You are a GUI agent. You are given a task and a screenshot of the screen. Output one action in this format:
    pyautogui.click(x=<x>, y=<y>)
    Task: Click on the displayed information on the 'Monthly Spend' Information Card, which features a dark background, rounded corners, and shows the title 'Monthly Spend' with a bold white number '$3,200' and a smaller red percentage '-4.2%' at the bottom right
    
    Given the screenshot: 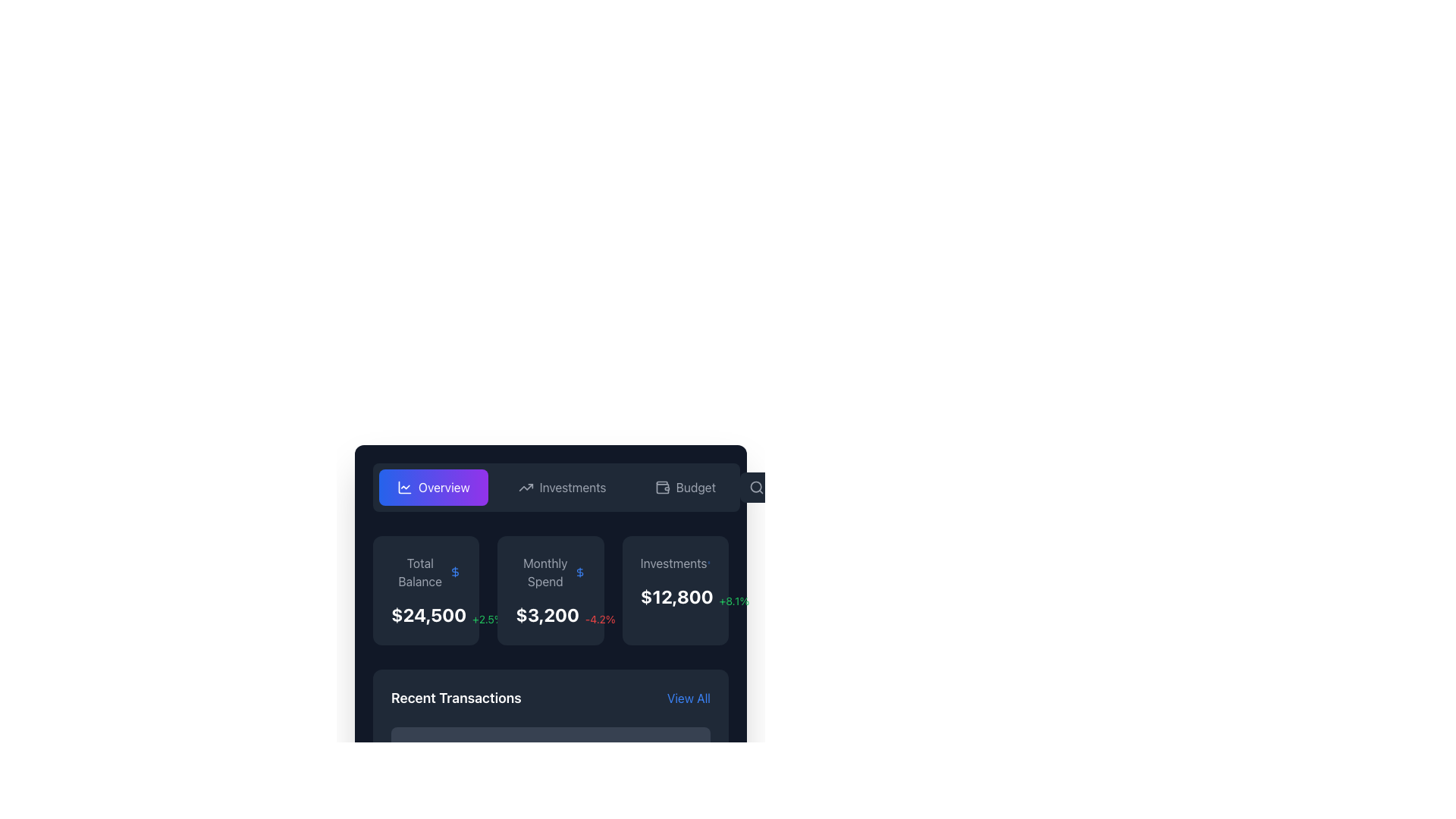 What is the action you would take?
    pyautogui.click(x=550, y=590)
    